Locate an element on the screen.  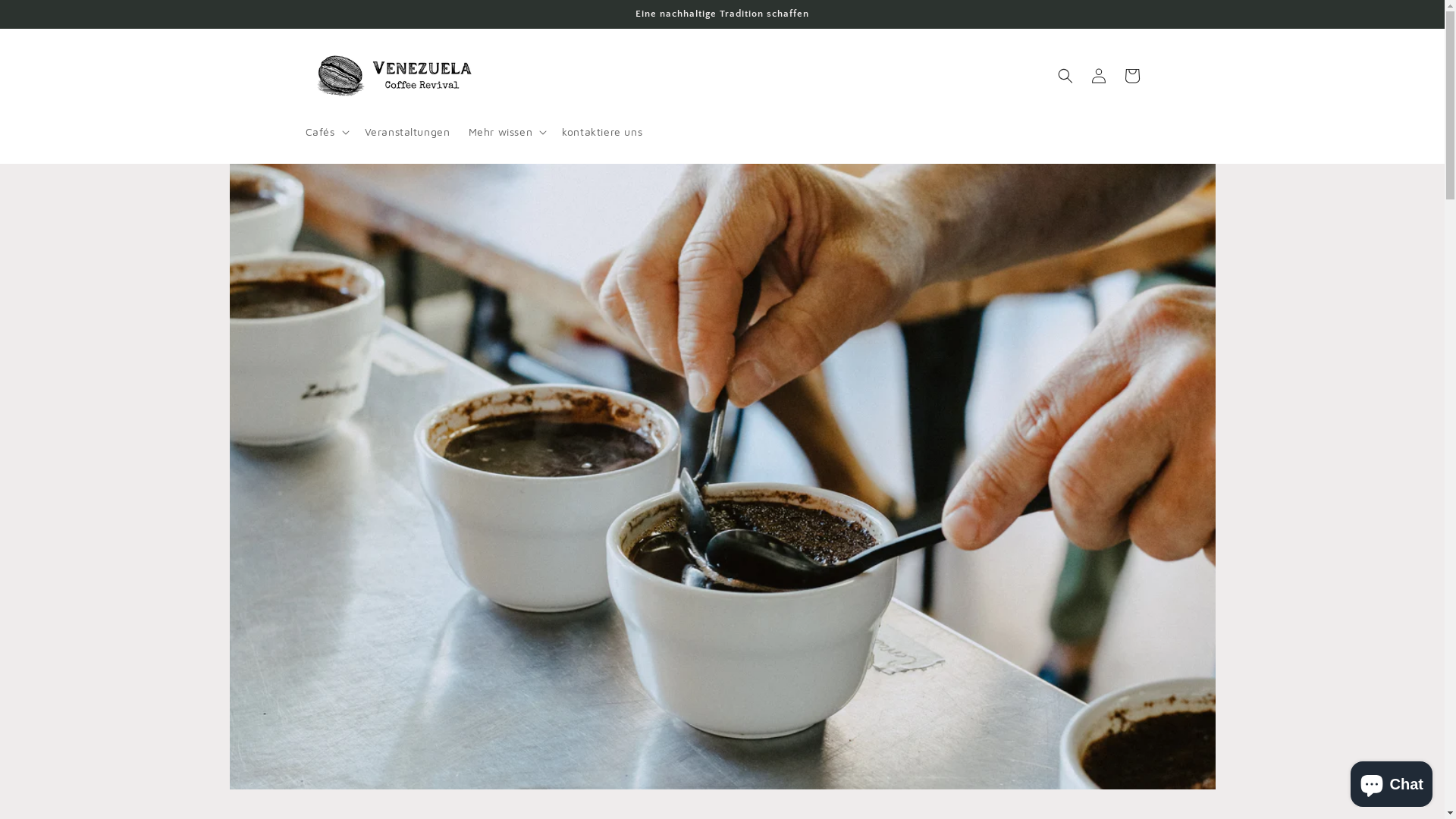
'kontaktiere uns' is located at coordinates (601, 130).